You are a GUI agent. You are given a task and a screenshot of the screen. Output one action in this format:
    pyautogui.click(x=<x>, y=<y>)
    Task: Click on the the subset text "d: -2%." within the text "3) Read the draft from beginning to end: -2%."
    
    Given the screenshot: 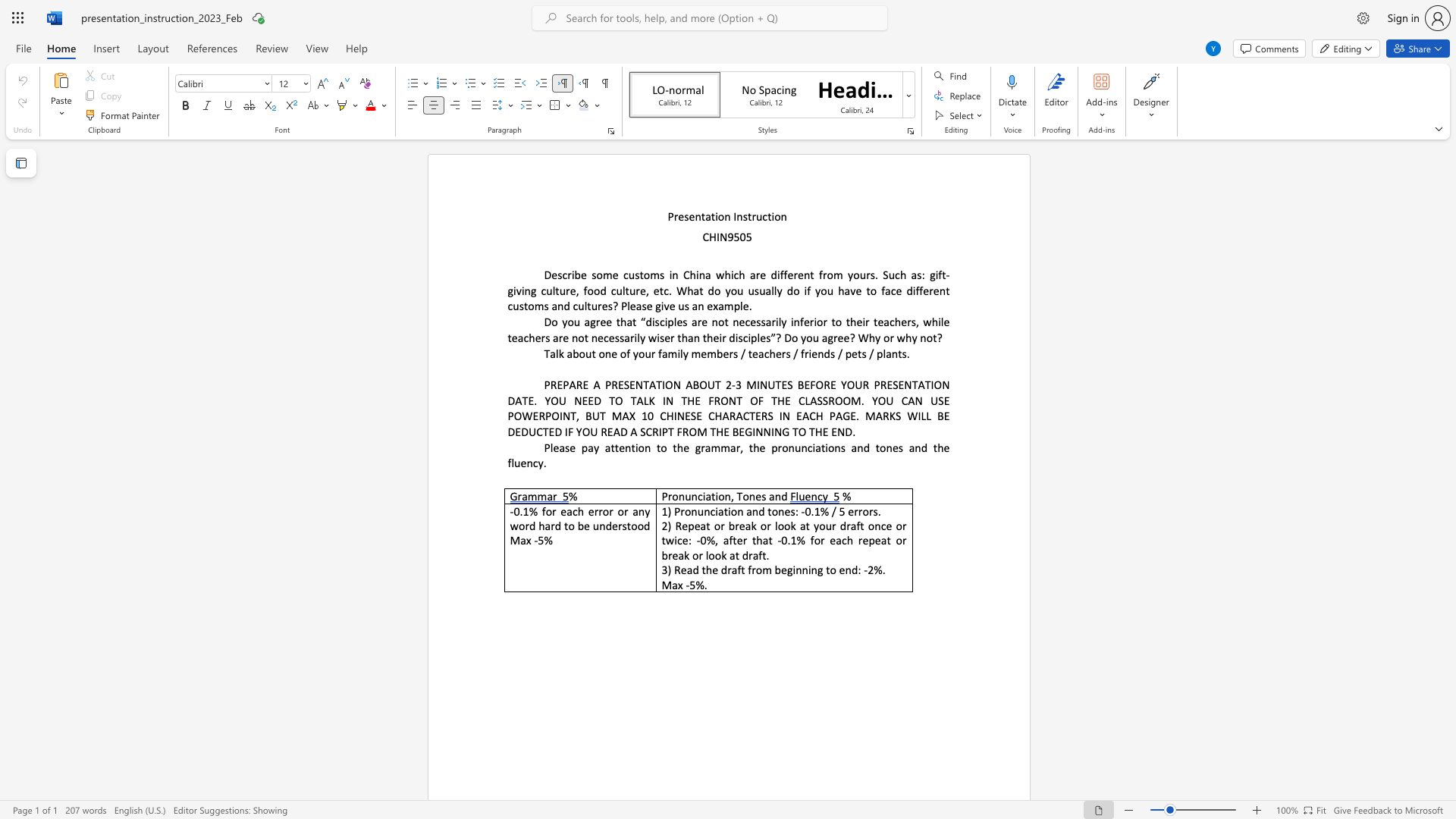 What is the action you would take?
    pyautogui.click(x=852, y=570)
    